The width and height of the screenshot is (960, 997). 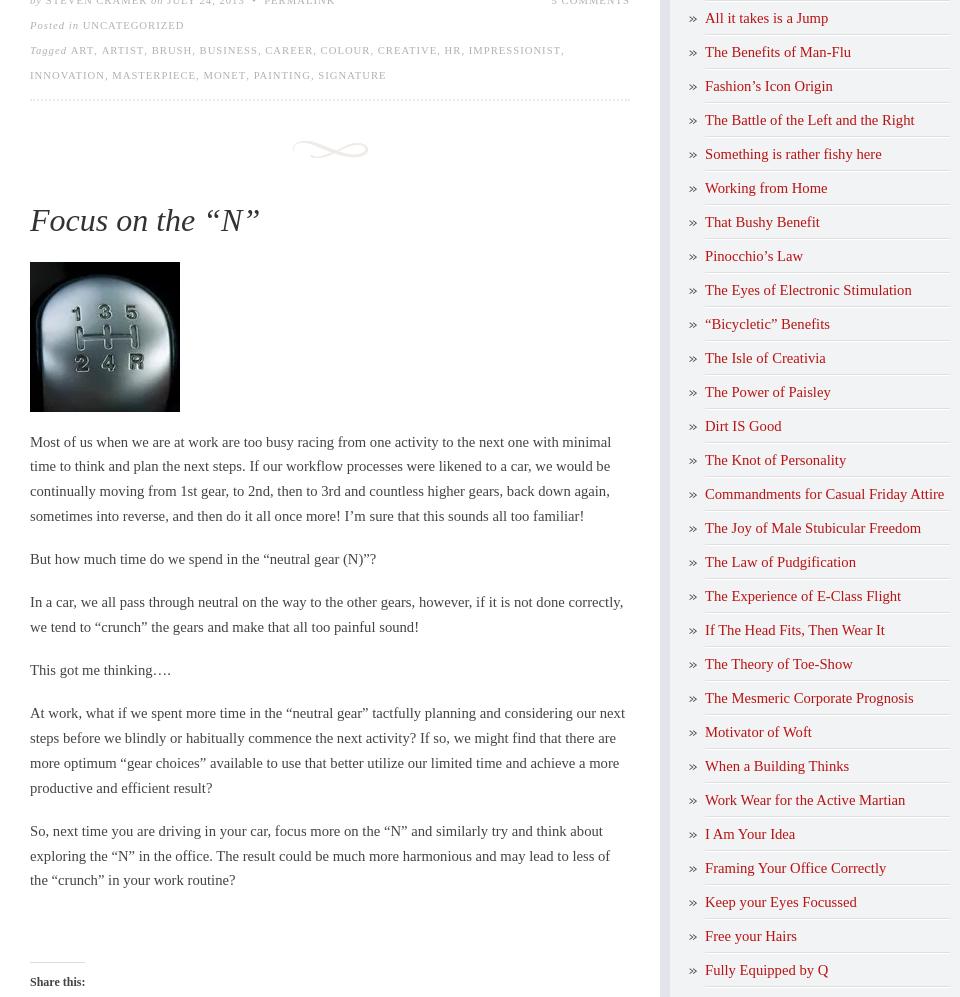 I want to click on 'brush', so click(x=170, y=49).